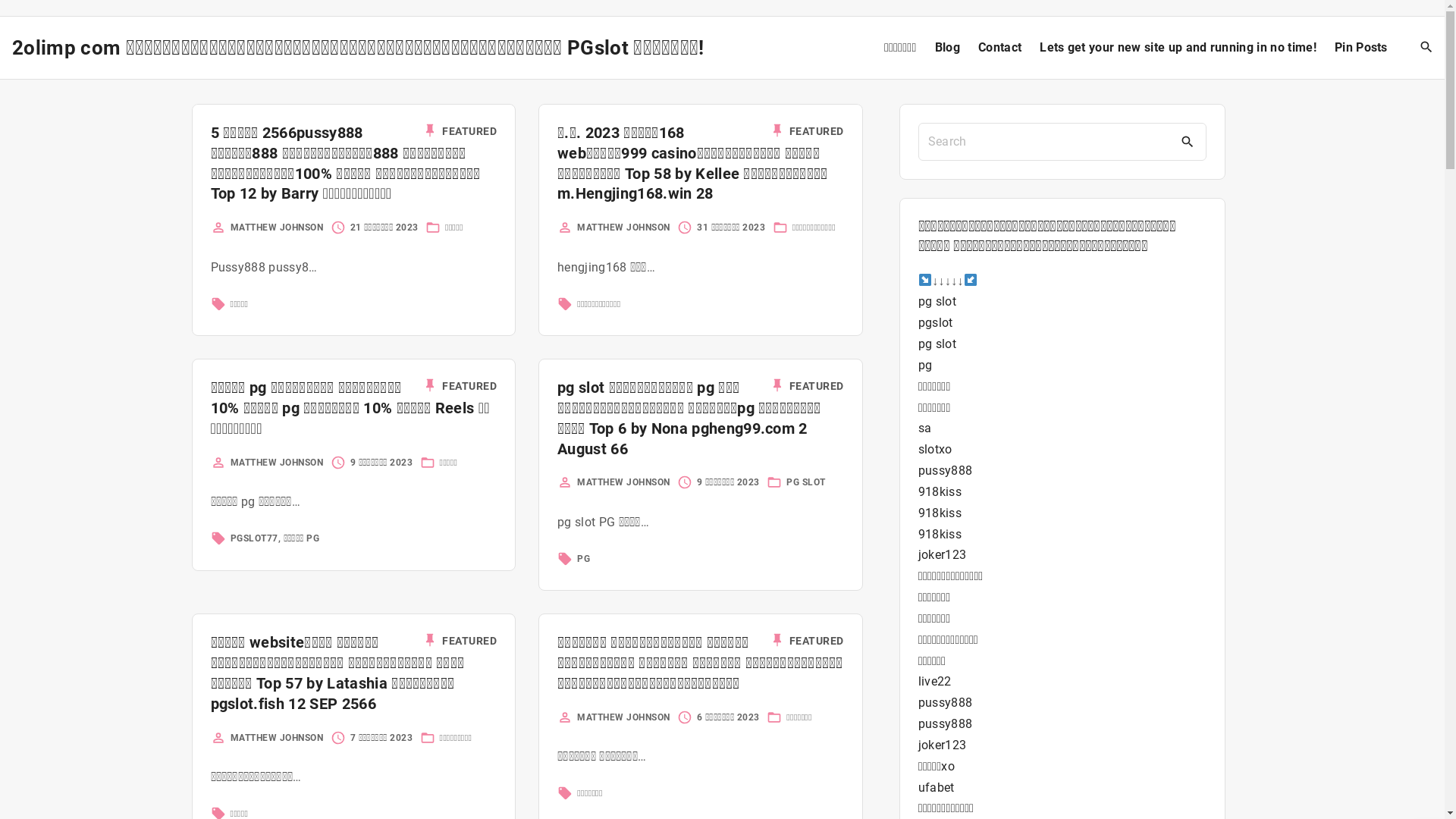 The image size is (1456, 819). Describe the element at coordinates (945, 702) in the screenshot. I see `'pussy888'` at that location.